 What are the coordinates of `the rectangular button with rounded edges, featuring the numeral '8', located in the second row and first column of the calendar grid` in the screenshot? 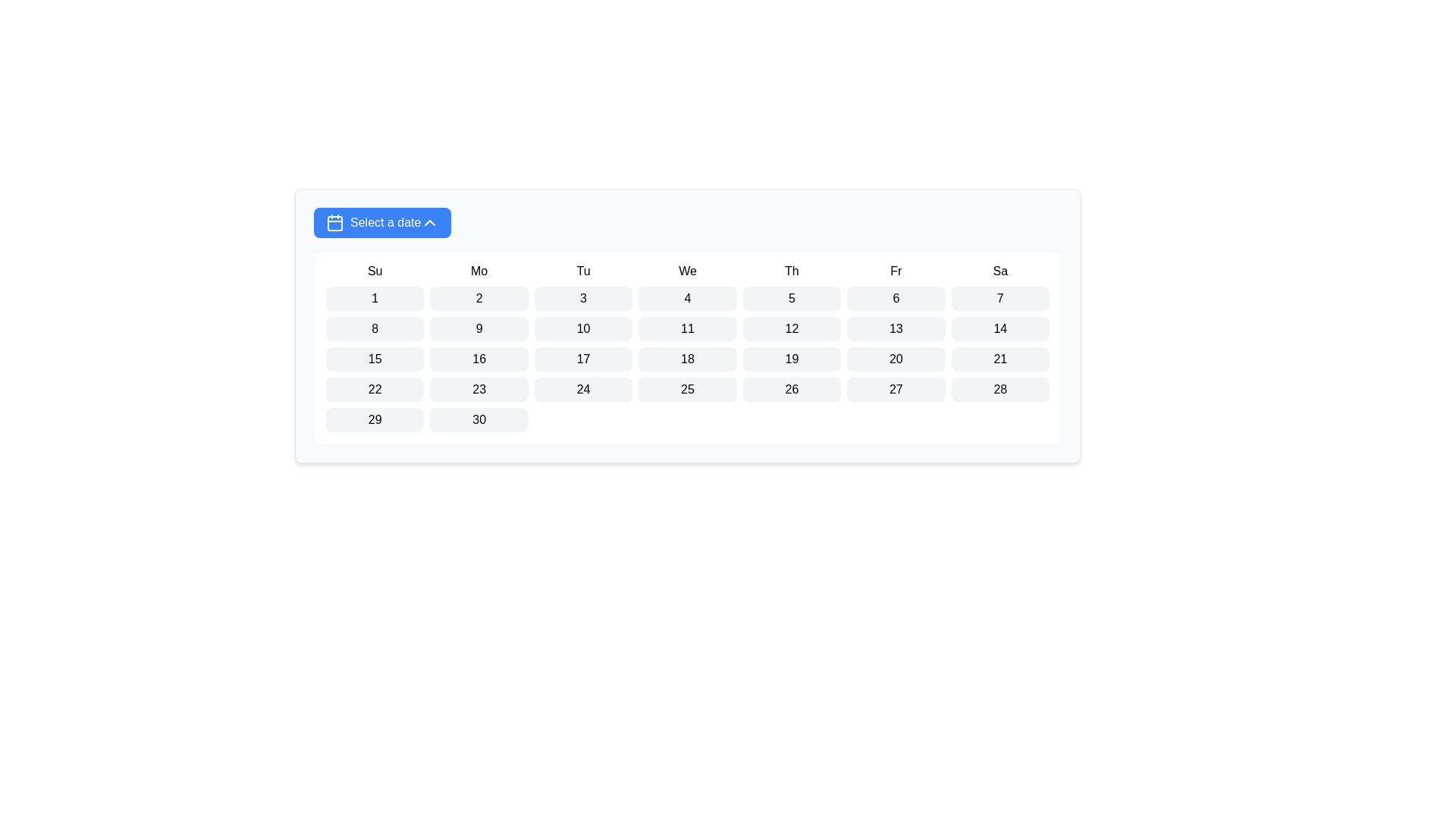 It's located at (375, 328).